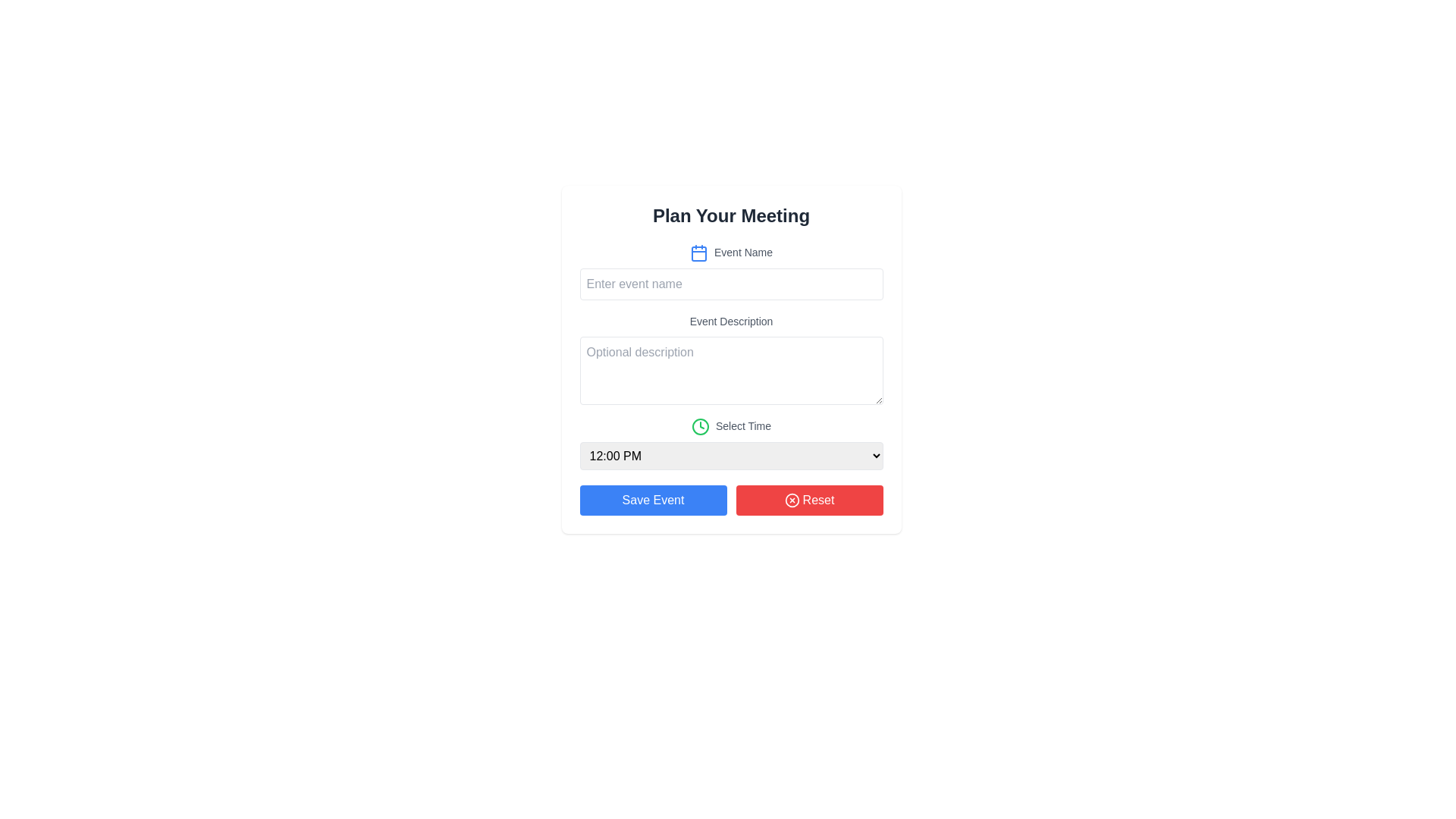 The height and width of the screenshot is (819, 1456). What do you see at coordinates (698, 252) in the screenshot?
I see `the decorative calendar icon located to the left of the 'Event Name' text input field` at bounding box center [698, 252].